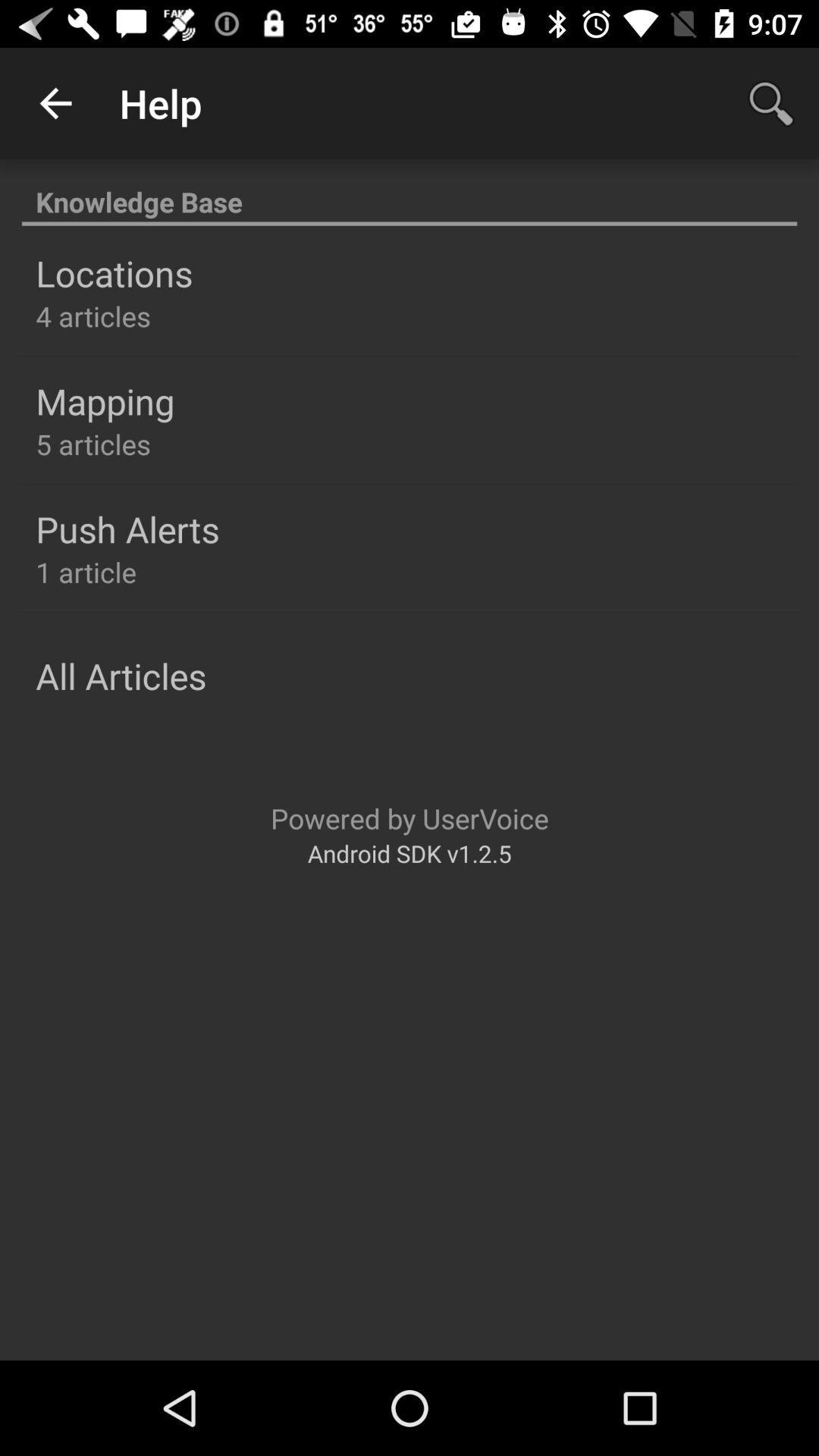 Image resolution: width=819 pixels, height=1456 pixels. I want to click on locations, so click(113, 273).